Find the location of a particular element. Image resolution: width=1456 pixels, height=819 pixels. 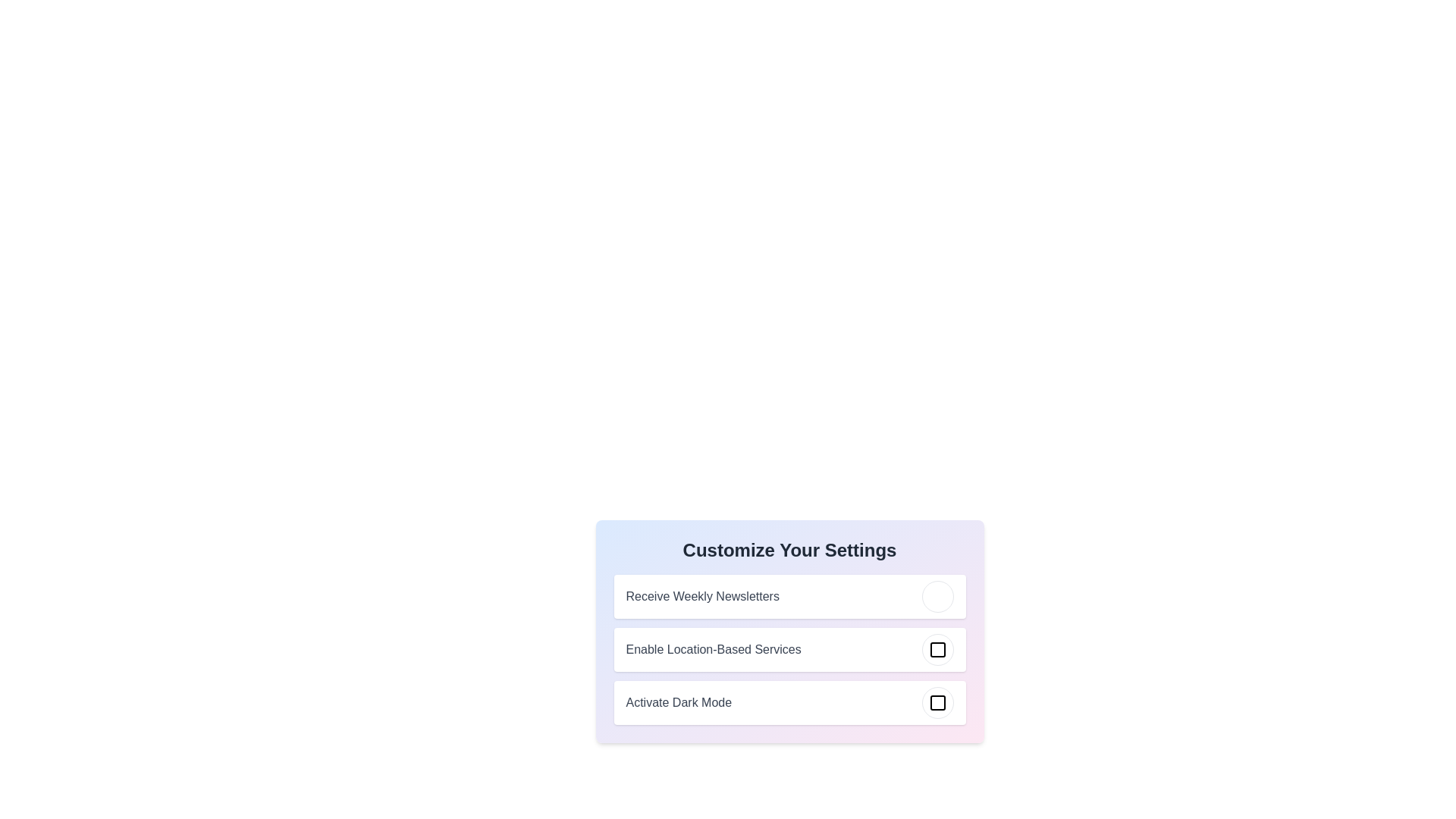

the state of the checkmark icon indicating the successful selection of 'Receive Weekly Newsletters' is located at coordinates (939, 593).